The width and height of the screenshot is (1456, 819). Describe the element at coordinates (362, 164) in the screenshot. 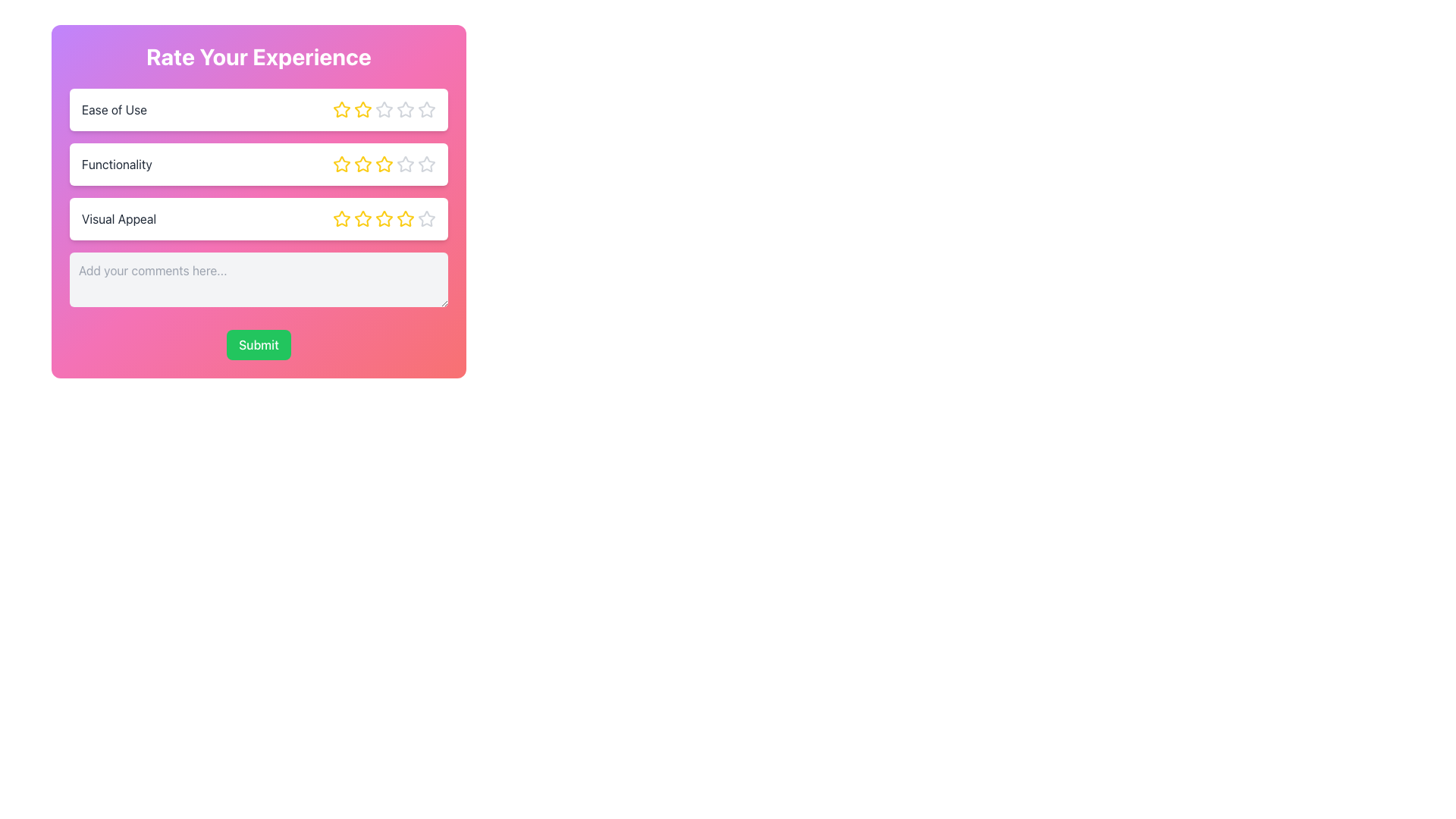

I see `the third star icon in the Functionality rating section to prepare for selection` at that location.